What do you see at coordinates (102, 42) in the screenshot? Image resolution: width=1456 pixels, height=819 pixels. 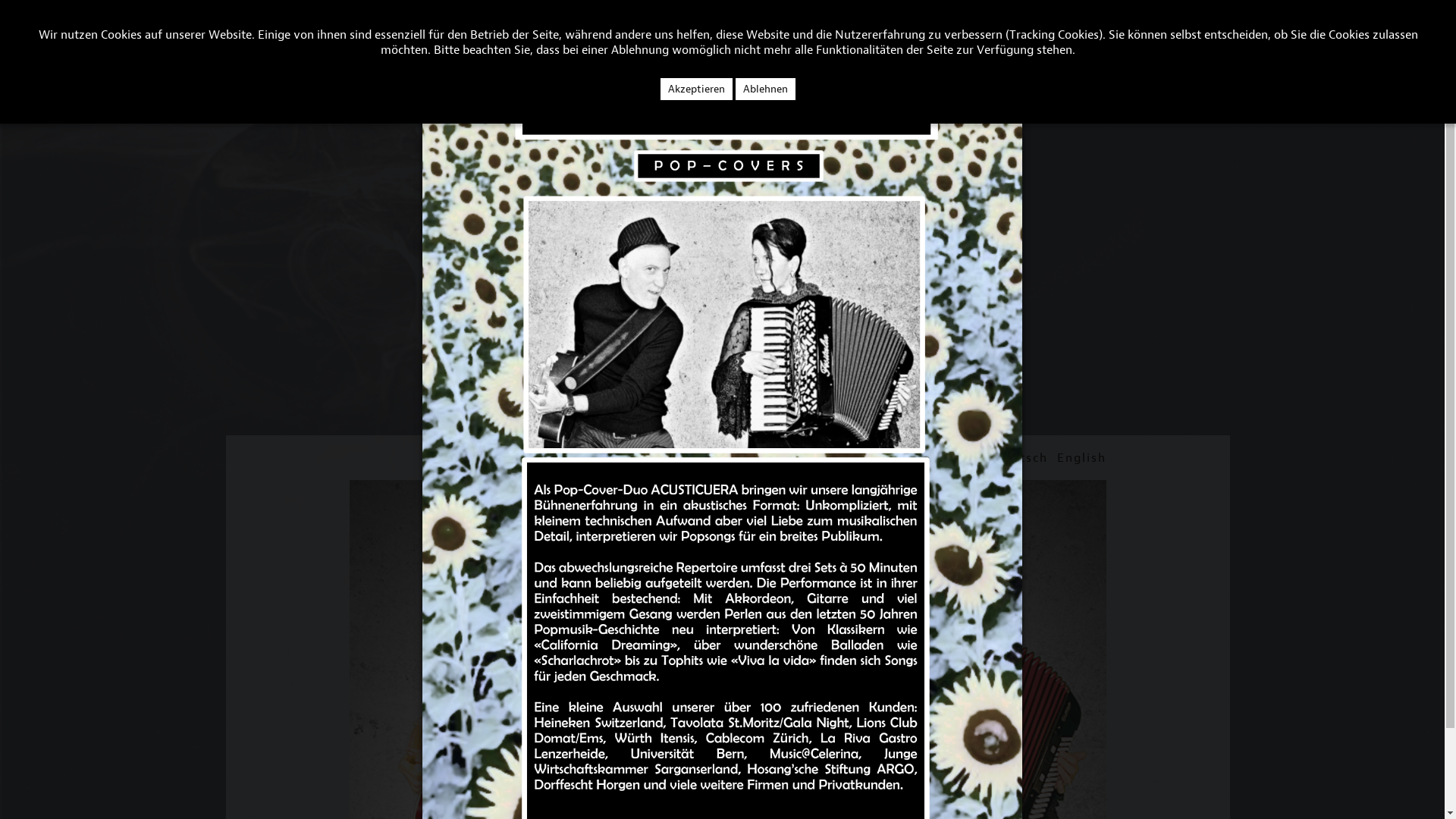 I see `'LOOK & LISTEN'` at bounding box center [102, 42].